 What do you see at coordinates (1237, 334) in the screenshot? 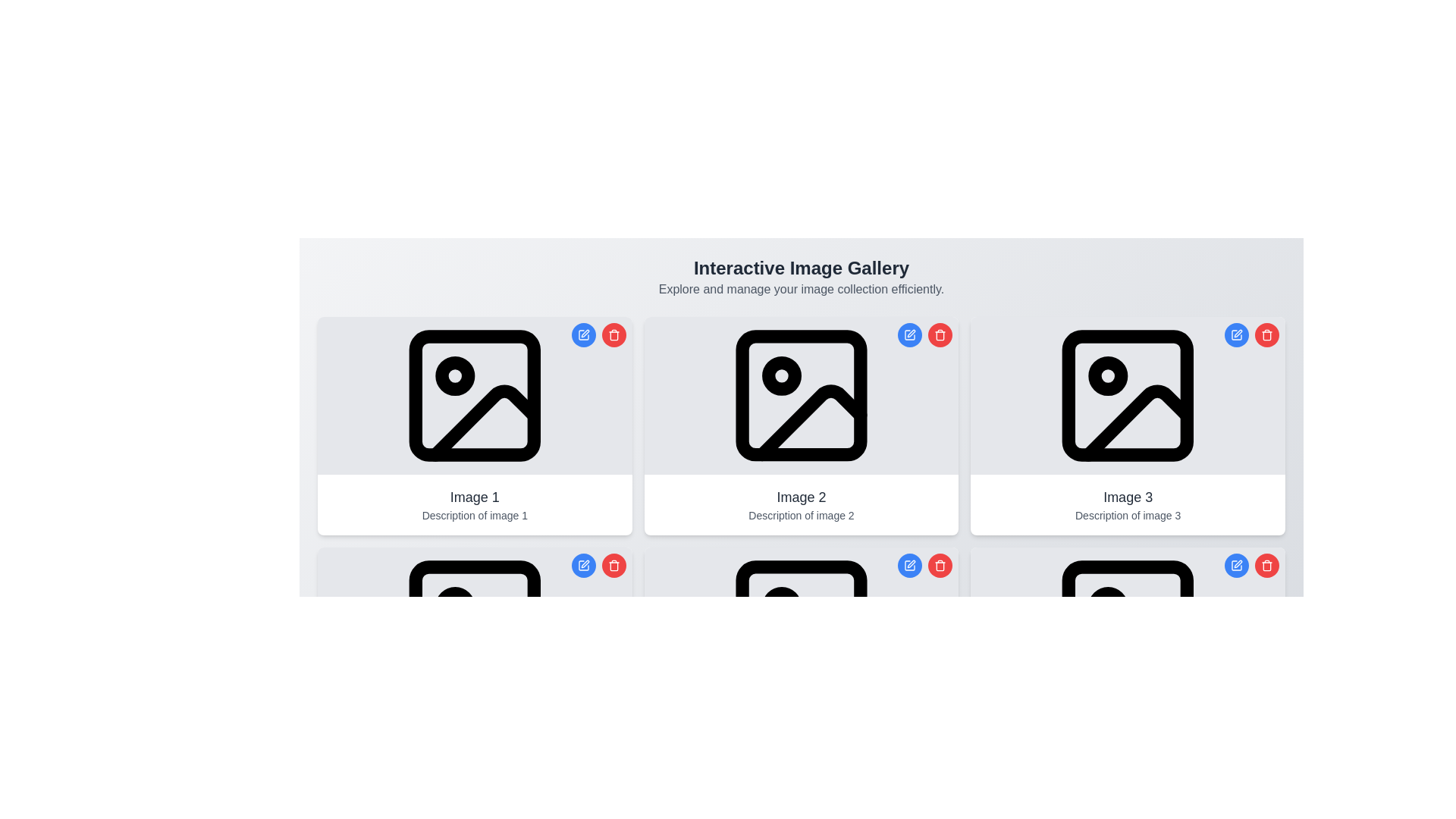
I see `the circular blue button with a pencil icon located in the top-right corner of the card labeled 'Image 3'` at bounding box center [1237, 334].